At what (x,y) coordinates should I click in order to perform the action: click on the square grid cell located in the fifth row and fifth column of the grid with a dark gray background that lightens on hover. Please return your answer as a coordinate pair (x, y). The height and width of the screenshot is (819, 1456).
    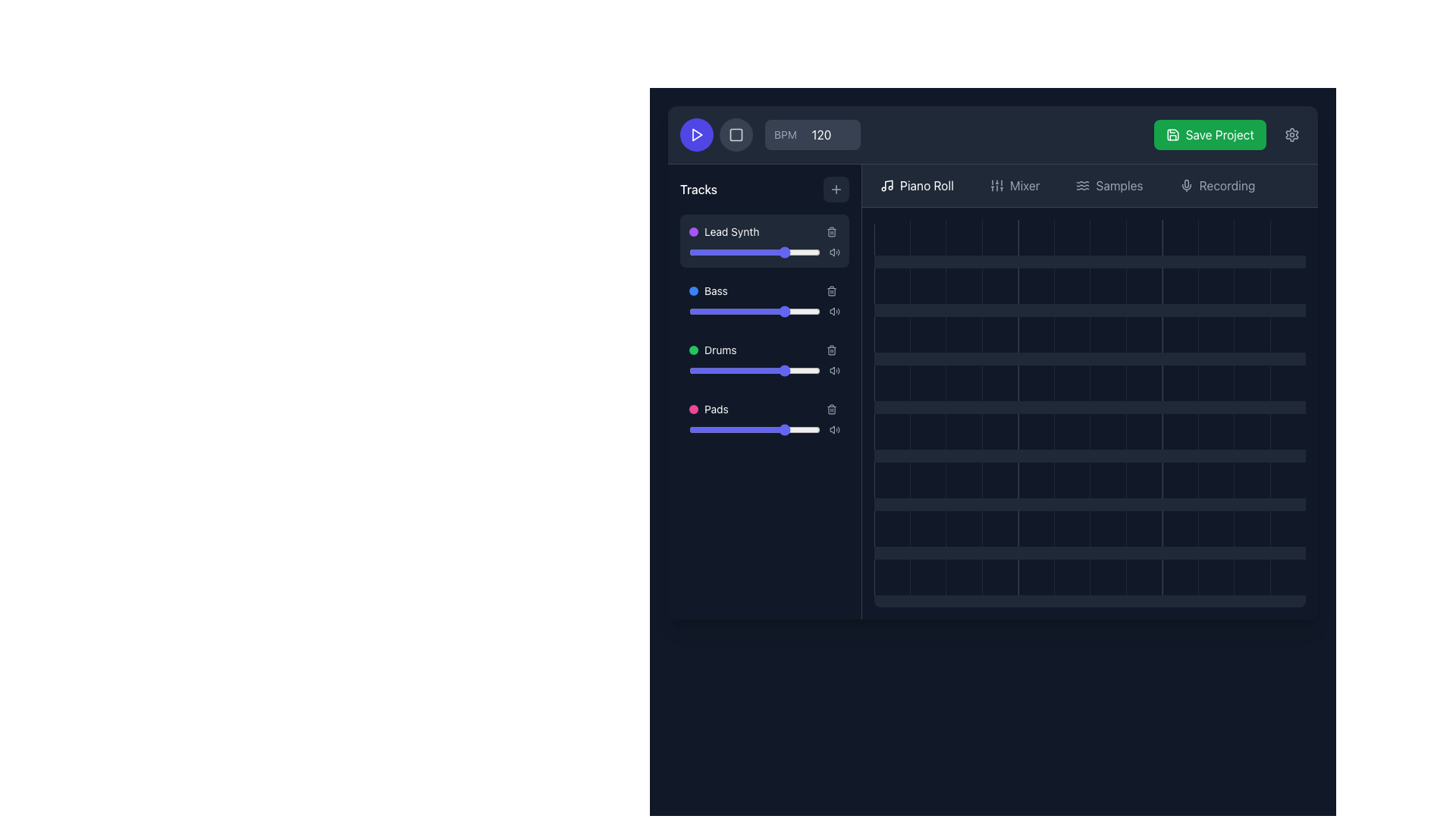
    Looking at the image, I should click on (1071, 382).